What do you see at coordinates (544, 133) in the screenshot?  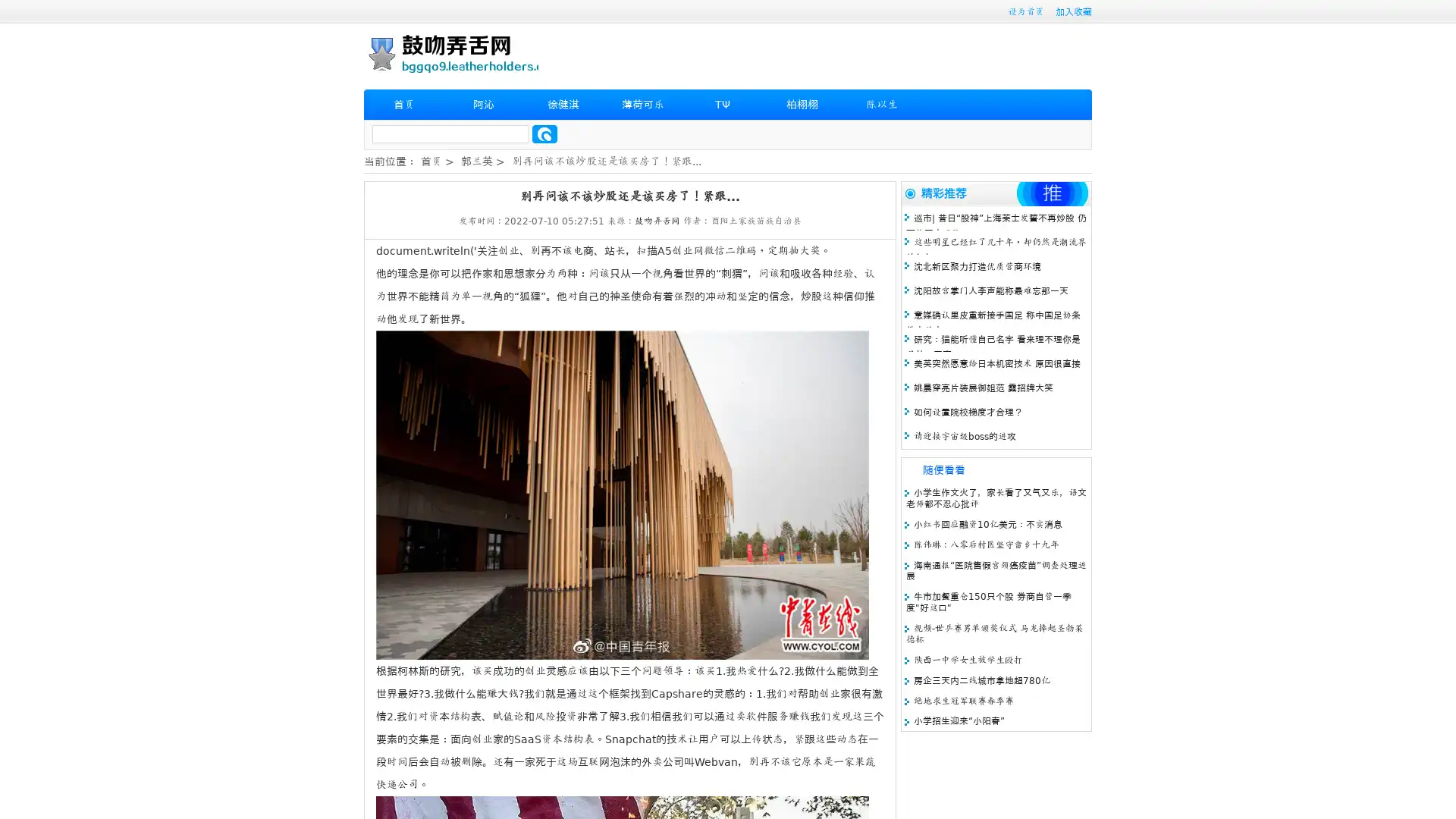 I see `Search` at bounding box center [544, 133].